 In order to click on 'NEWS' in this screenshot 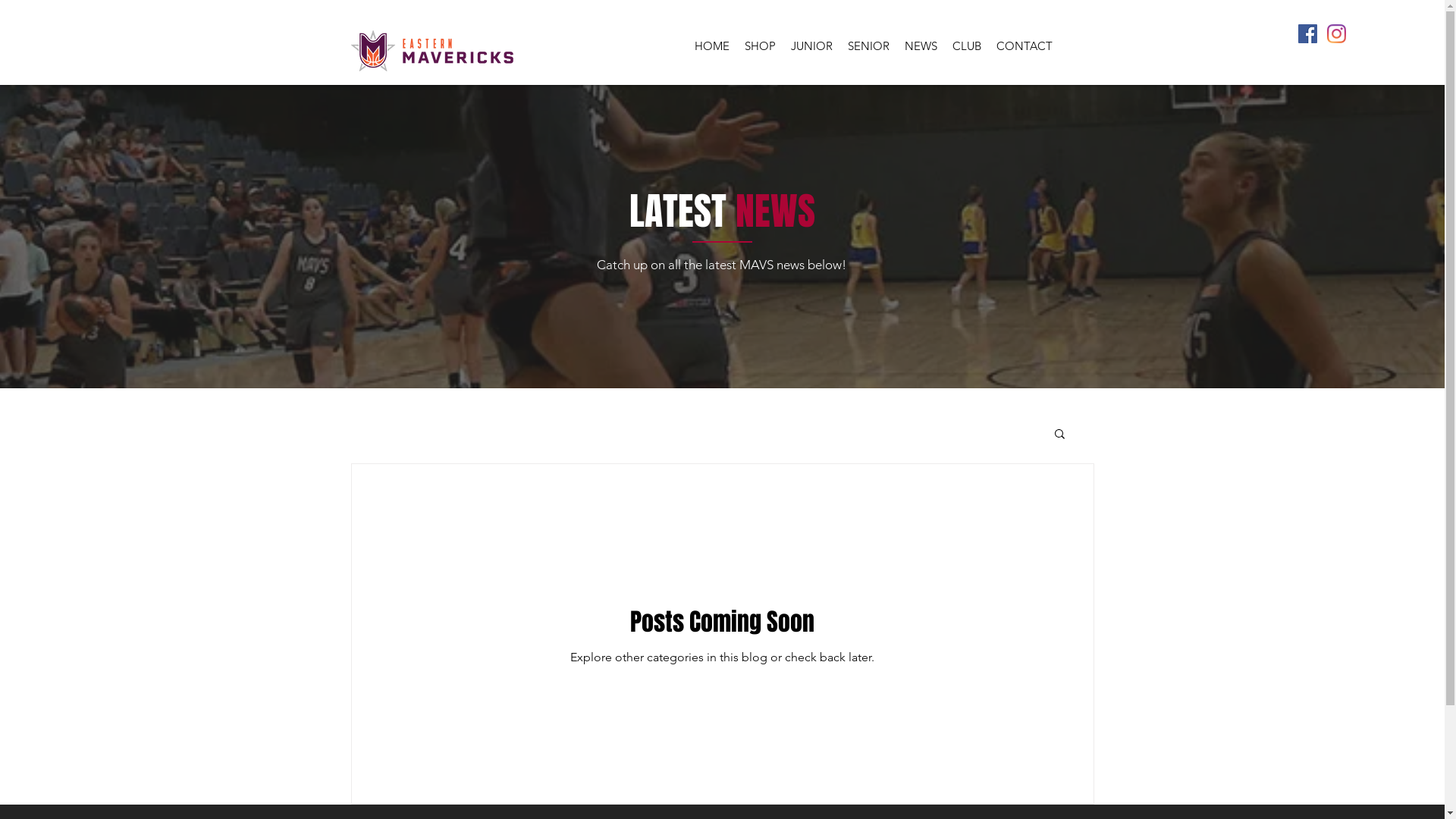, I will do `click(919, 45)`.